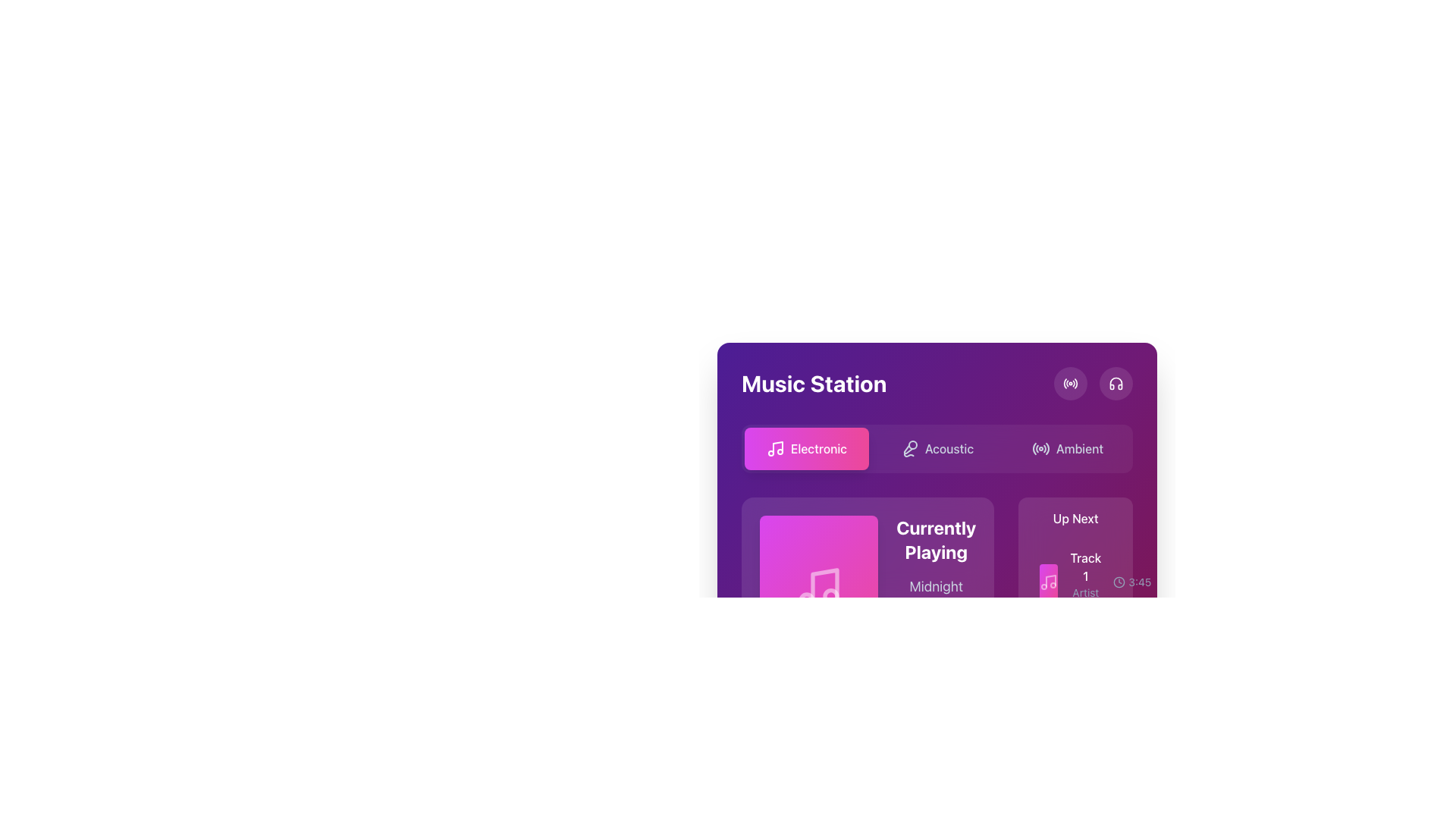 The image size is (1456, 819). Describe the element at coordinates (912, 444) in the screenshot. I see `the decorative circle element within the microphone vocal icon, positioned near the 'Acoustic' label in the music filters list` at that location.